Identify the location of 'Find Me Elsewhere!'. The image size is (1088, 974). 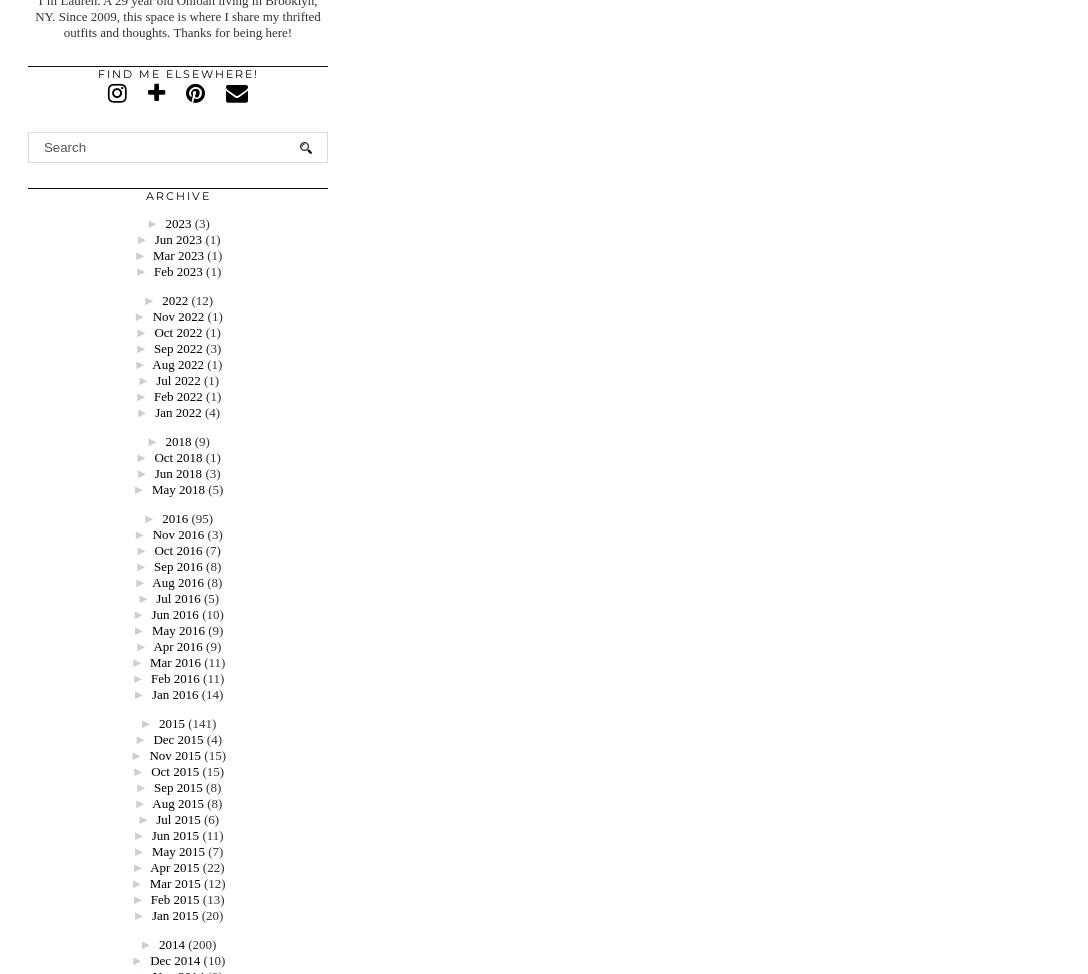
(176, 74).